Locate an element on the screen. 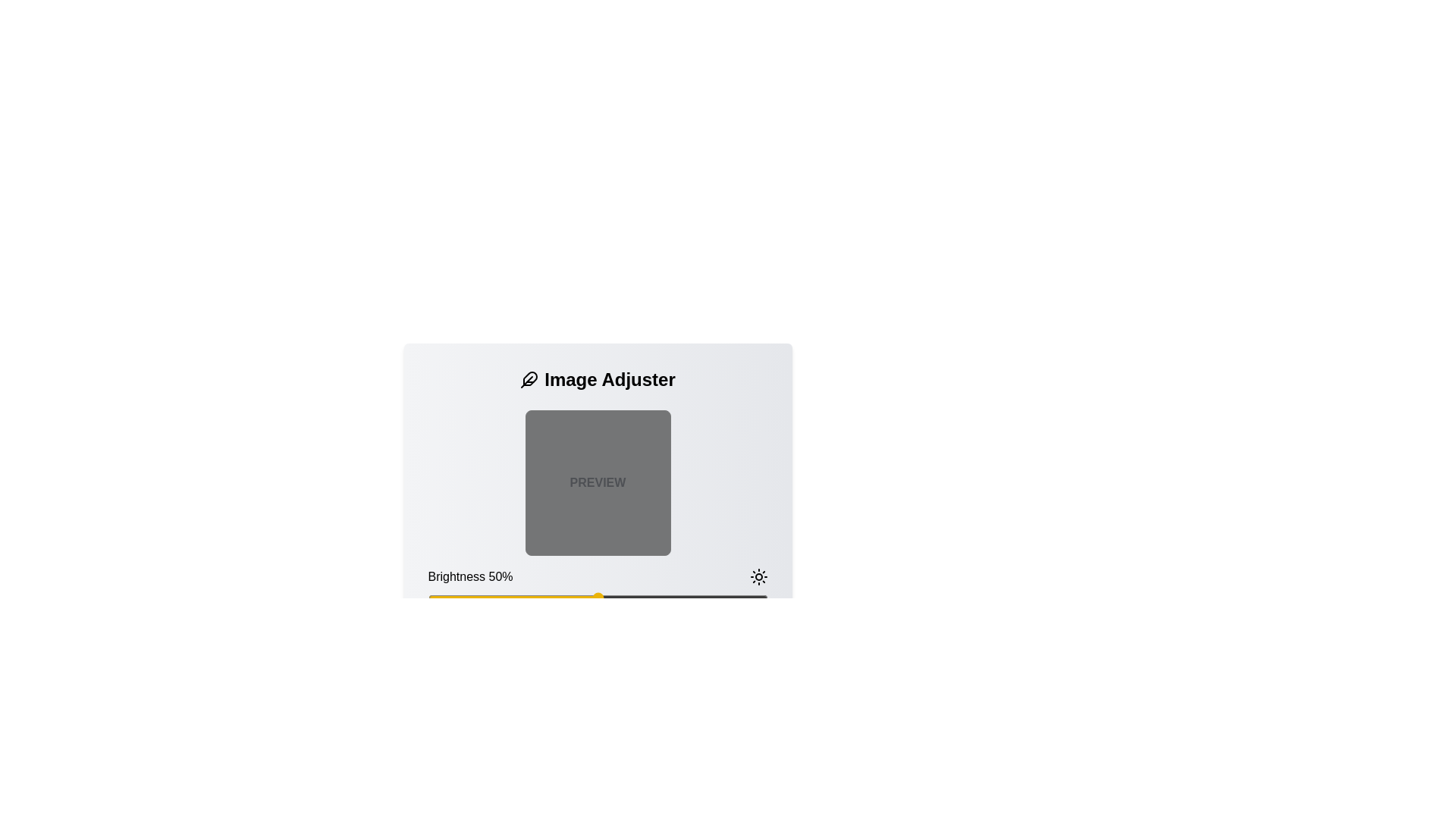 The width and height of the screenshot is (1456, 819). the slider is located at coordinates (652, 598).